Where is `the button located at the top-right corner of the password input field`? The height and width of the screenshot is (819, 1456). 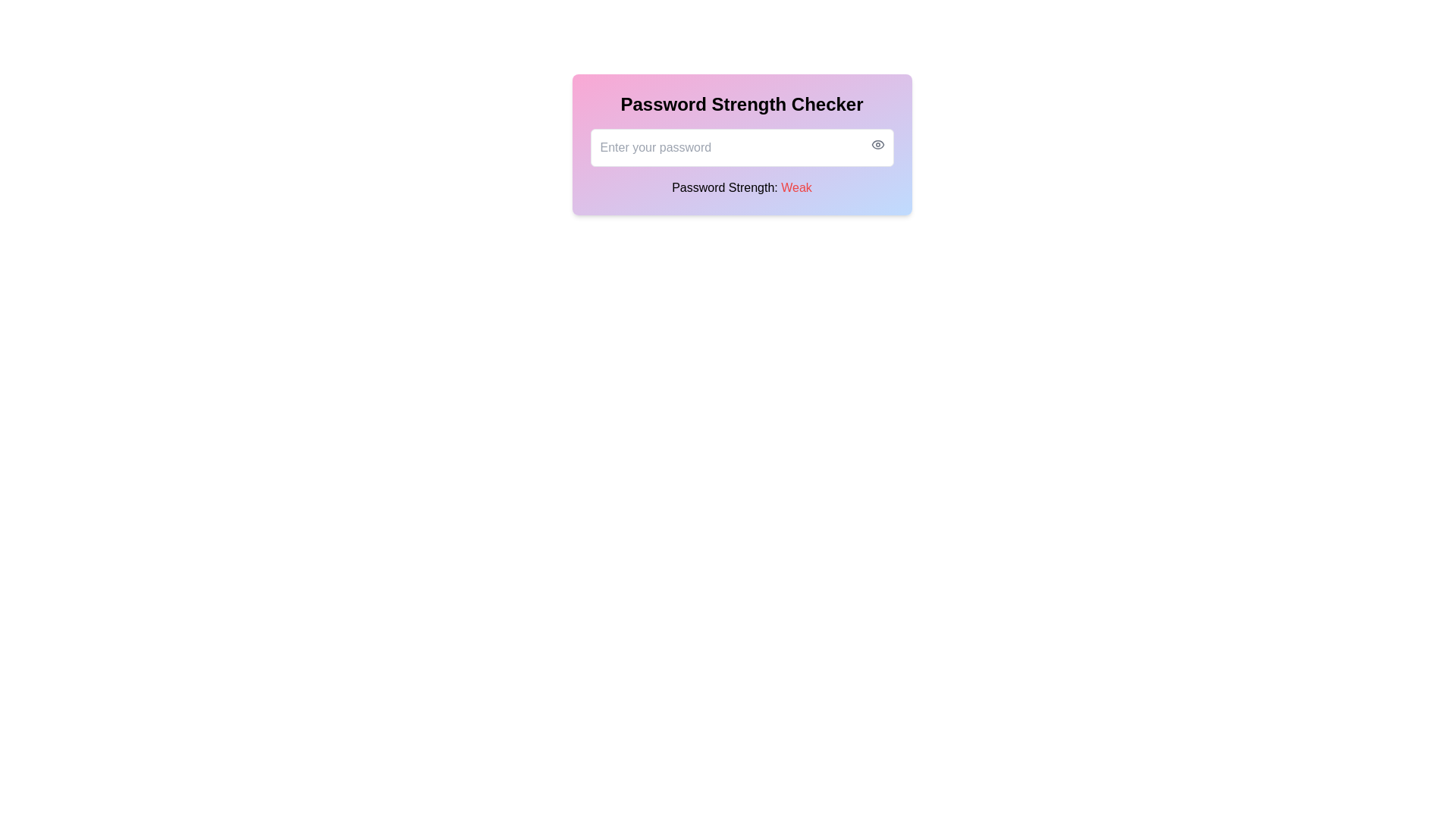
the button located at the top-right corner of the password input field is located at coordinates (877, 145).